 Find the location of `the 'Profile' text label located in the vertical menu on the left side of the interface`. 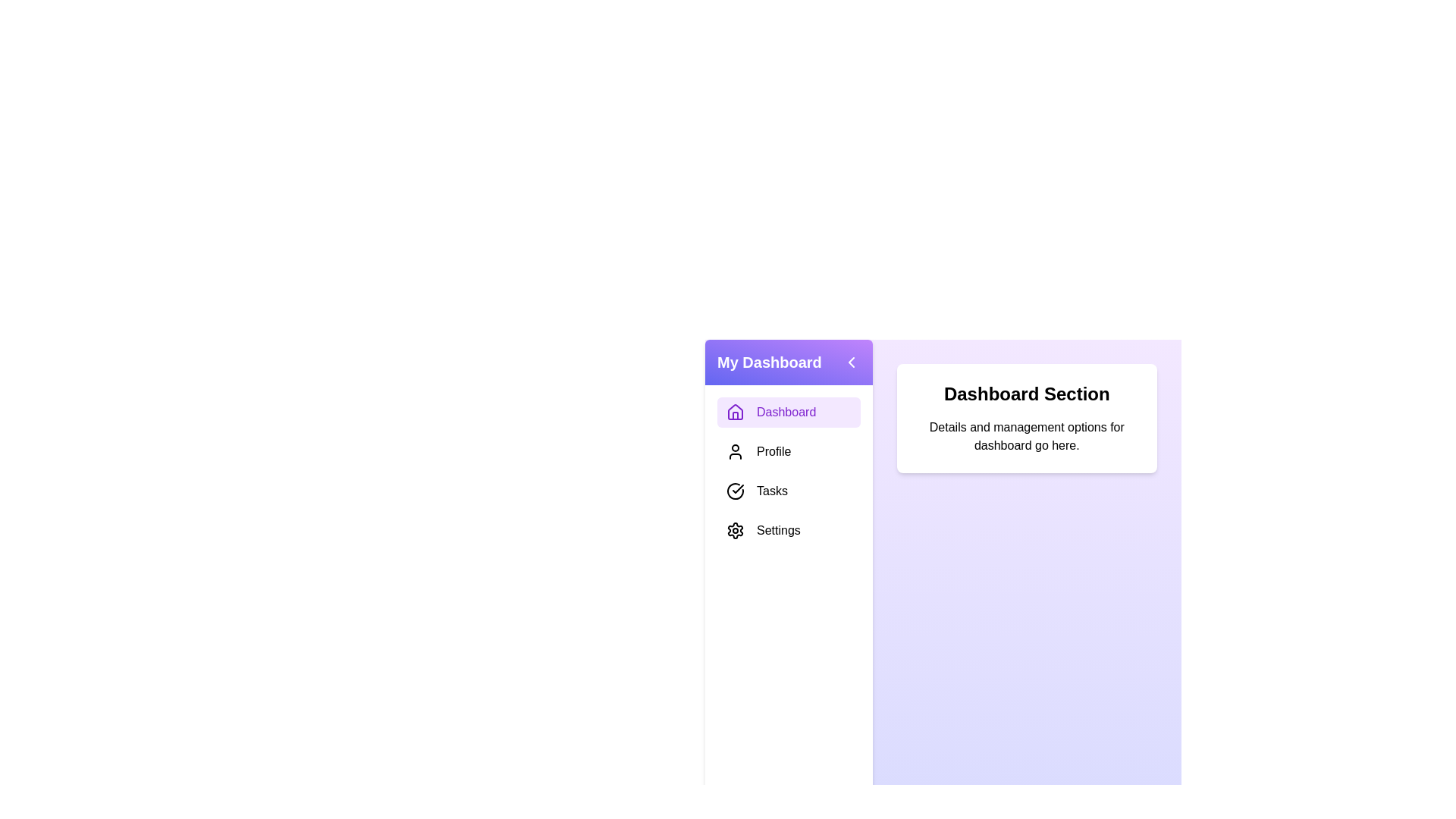

the 'Profile' text label located in the vertical menu on the left side of the interface is located at coordinates (773, 451).